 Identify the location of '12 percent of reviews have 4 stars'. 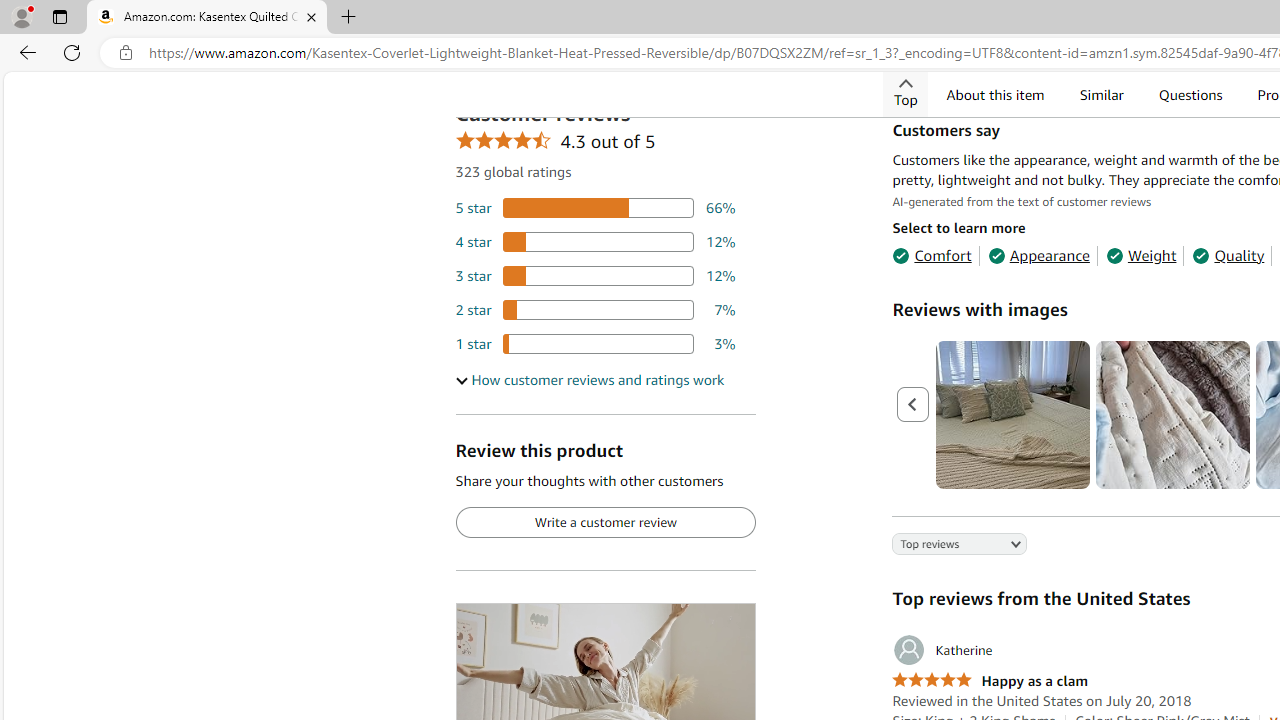
(594, 240).